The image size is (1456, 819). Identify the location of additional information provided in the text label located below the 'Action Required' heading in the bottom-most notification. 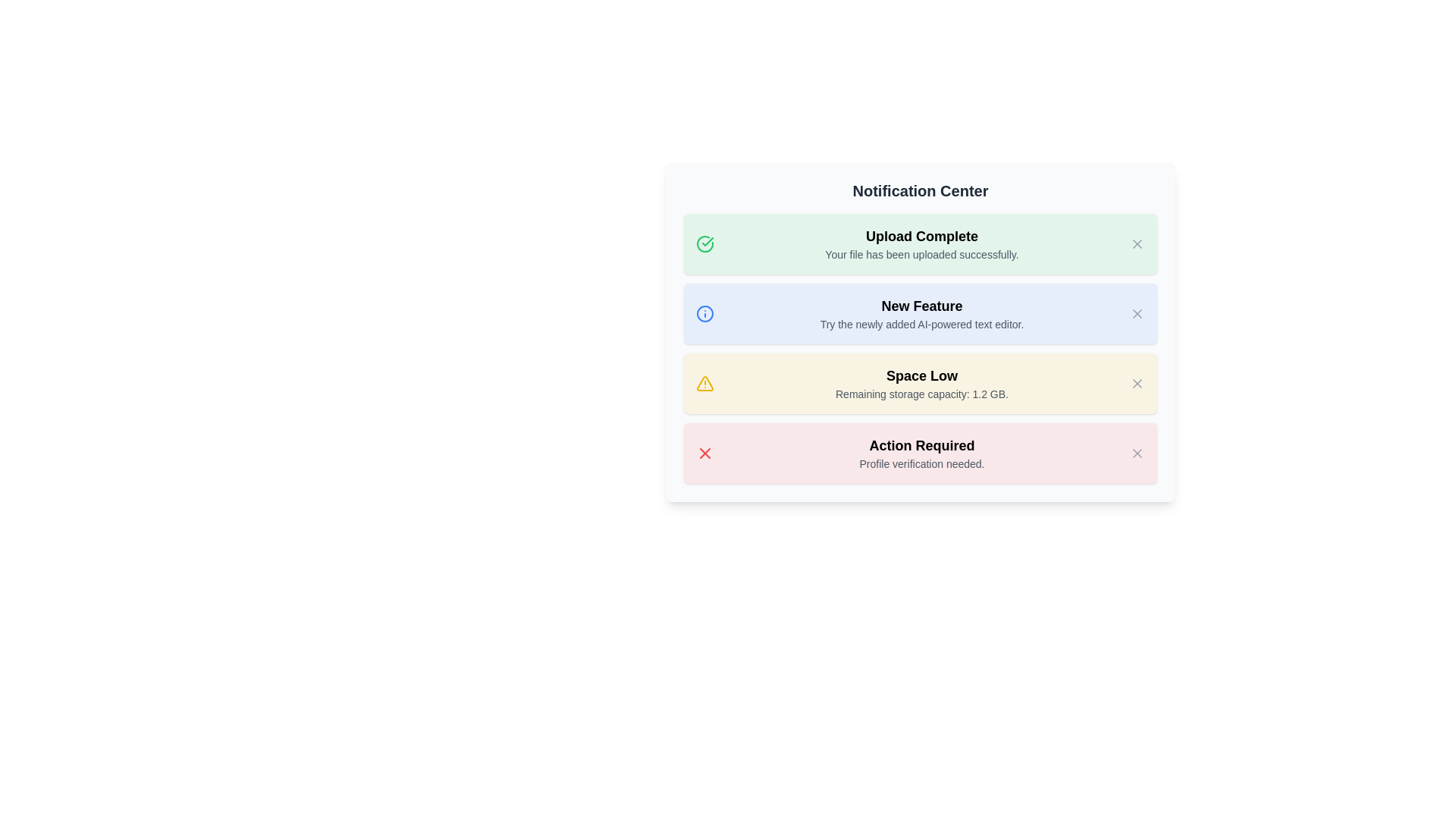
(921, 463).